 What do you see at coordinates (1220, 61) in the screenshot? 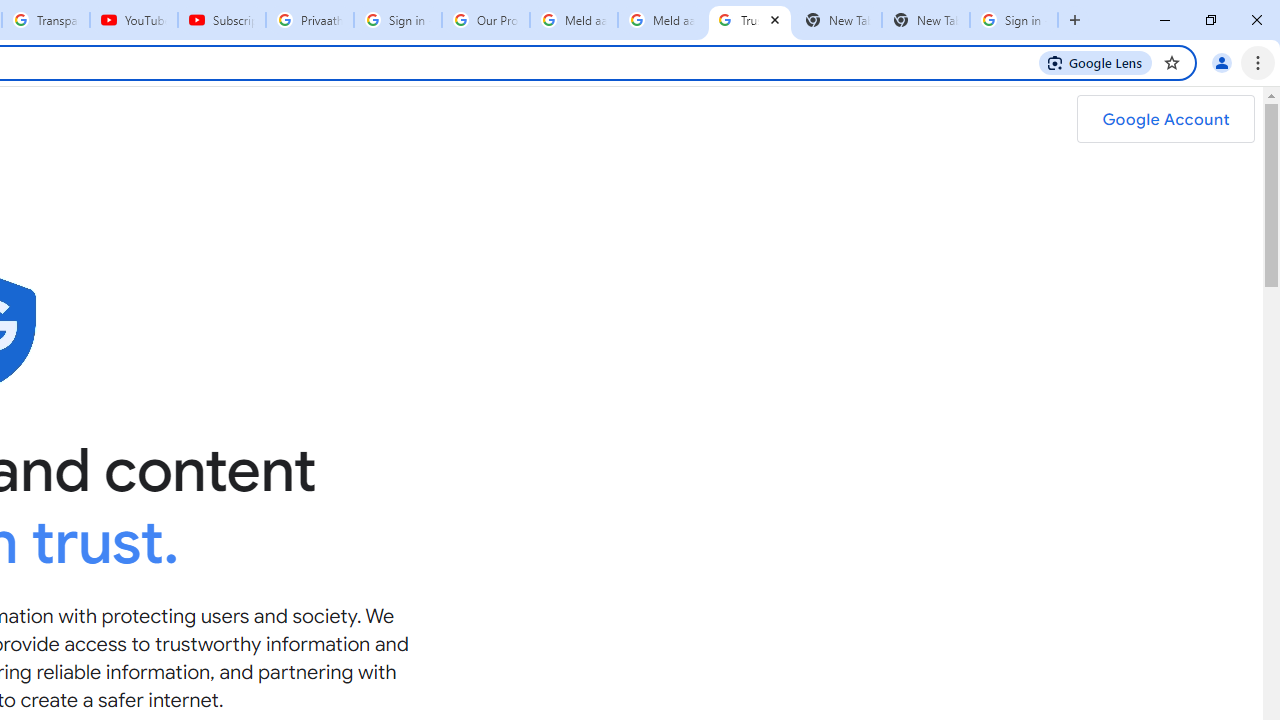
I see `'You'` at bounding box center [1220, 61].